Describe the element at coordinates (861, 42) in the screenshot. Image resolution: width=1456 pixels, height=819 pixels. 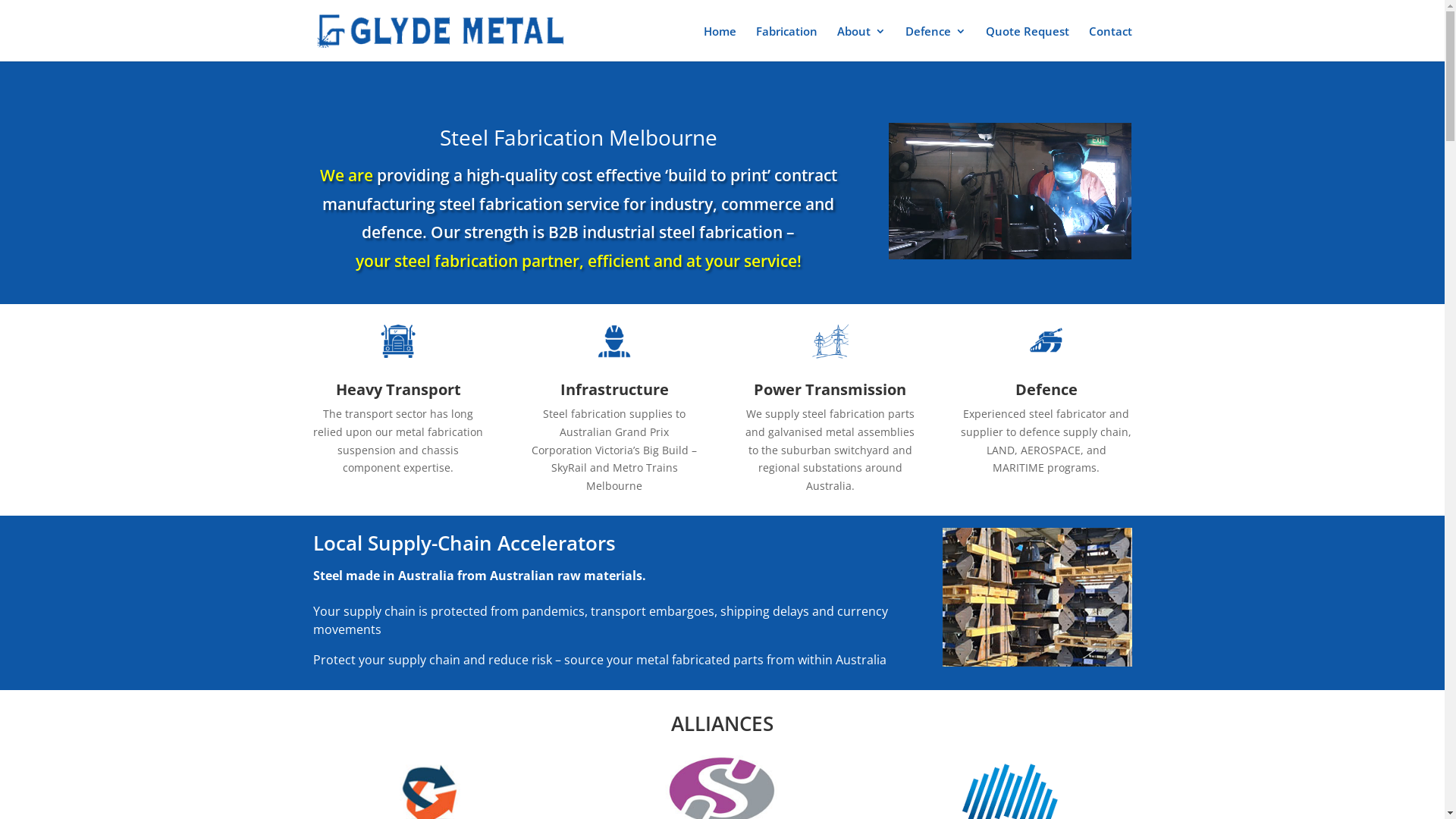
I see `'About'` at that location.